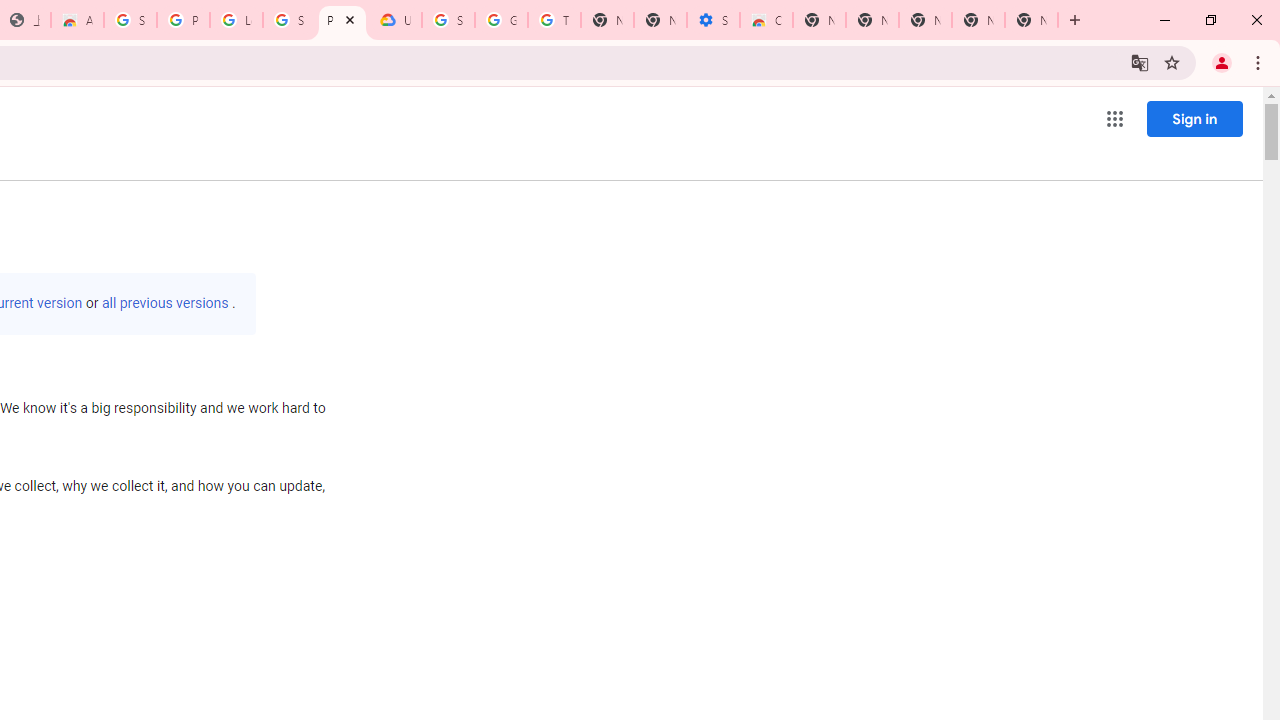 The width and height of the screenshot is (1280, 720). What do you see at coordinates (1031, 20) in the screenshot?
I see `'New Tab'` at bounding box center [1031, 20].